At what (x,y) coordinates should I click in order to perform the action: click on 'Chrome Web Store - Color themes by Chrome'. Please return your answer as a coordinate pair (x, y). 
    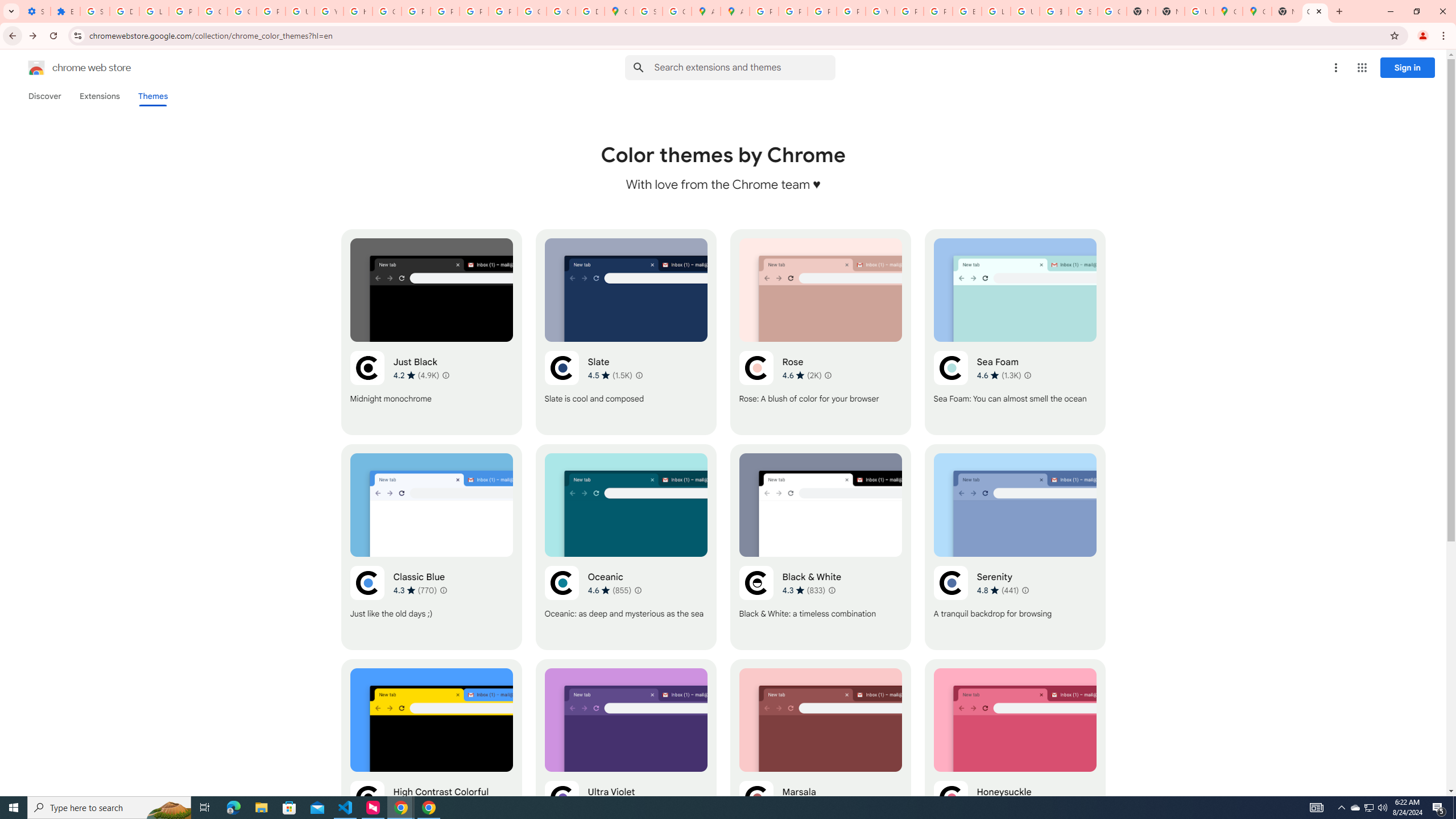
    Looking at the image, I should click on (1314, 11).